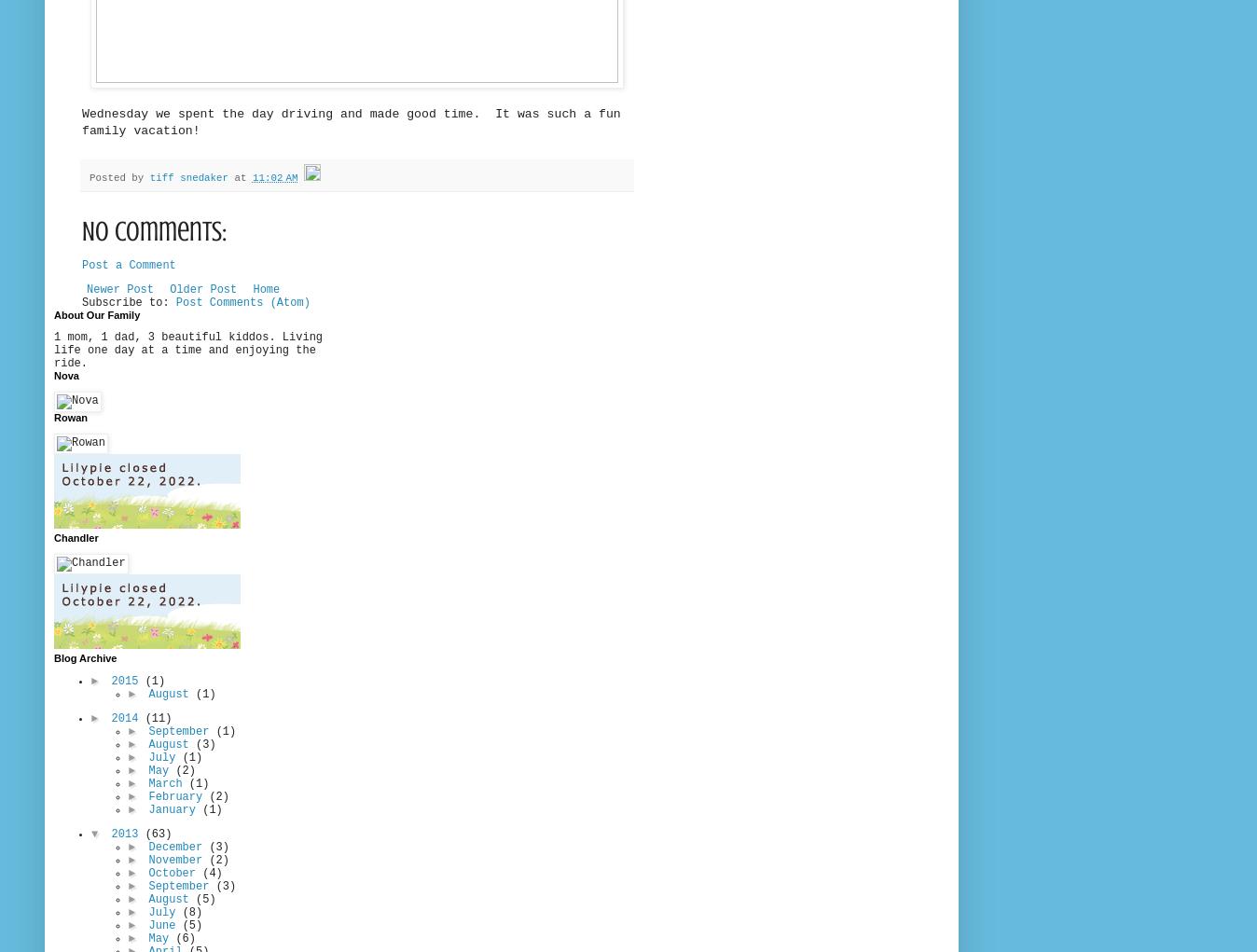 The width and height of the screenshot is (1257, 952). I want to click on 'About Our Family', so click(96, 313).